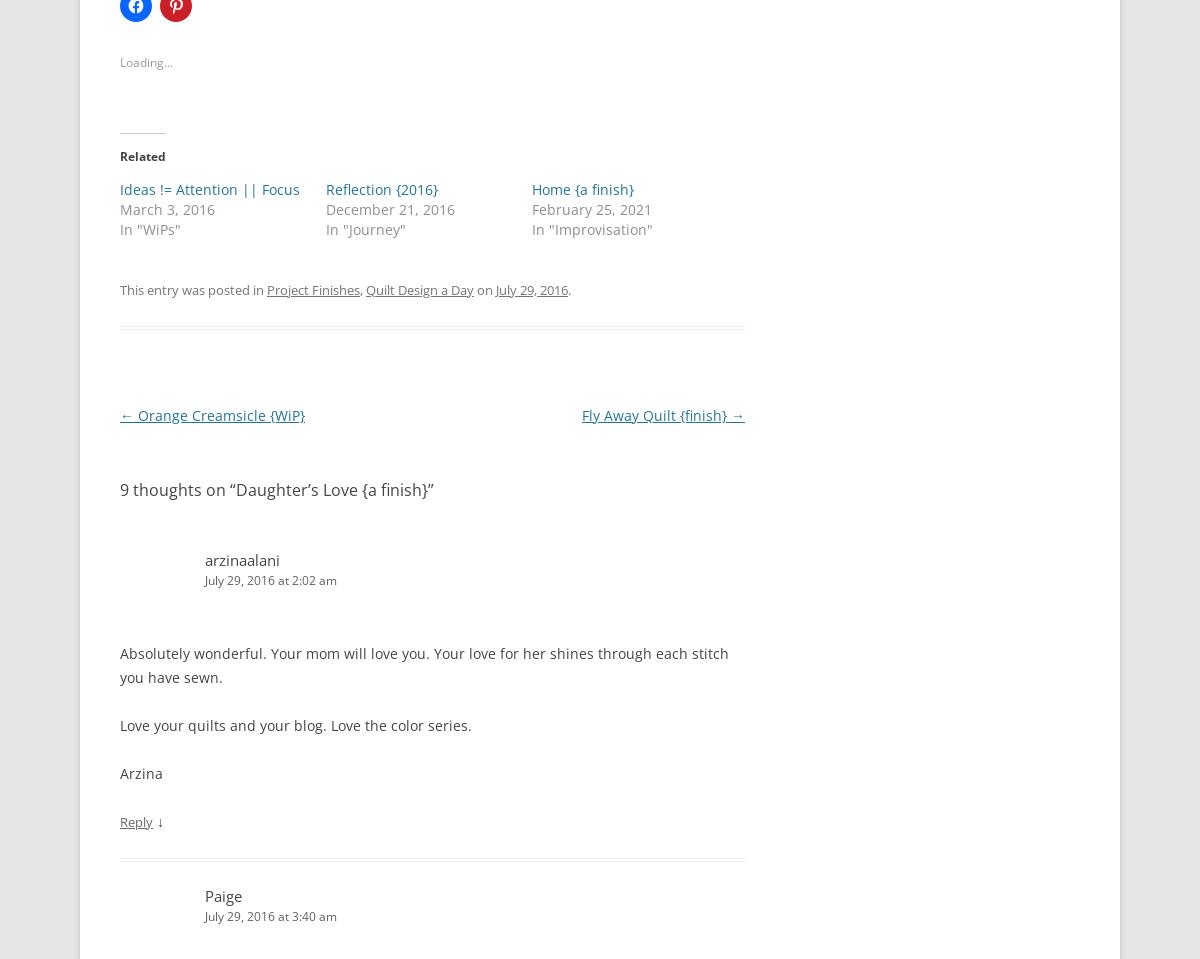 The height and width of the screenshot is (959, 1200). What do you see at coordinates (241, 558) in the screenshot?
I see `'arzinaalani'` at bounding box center [241, 558].